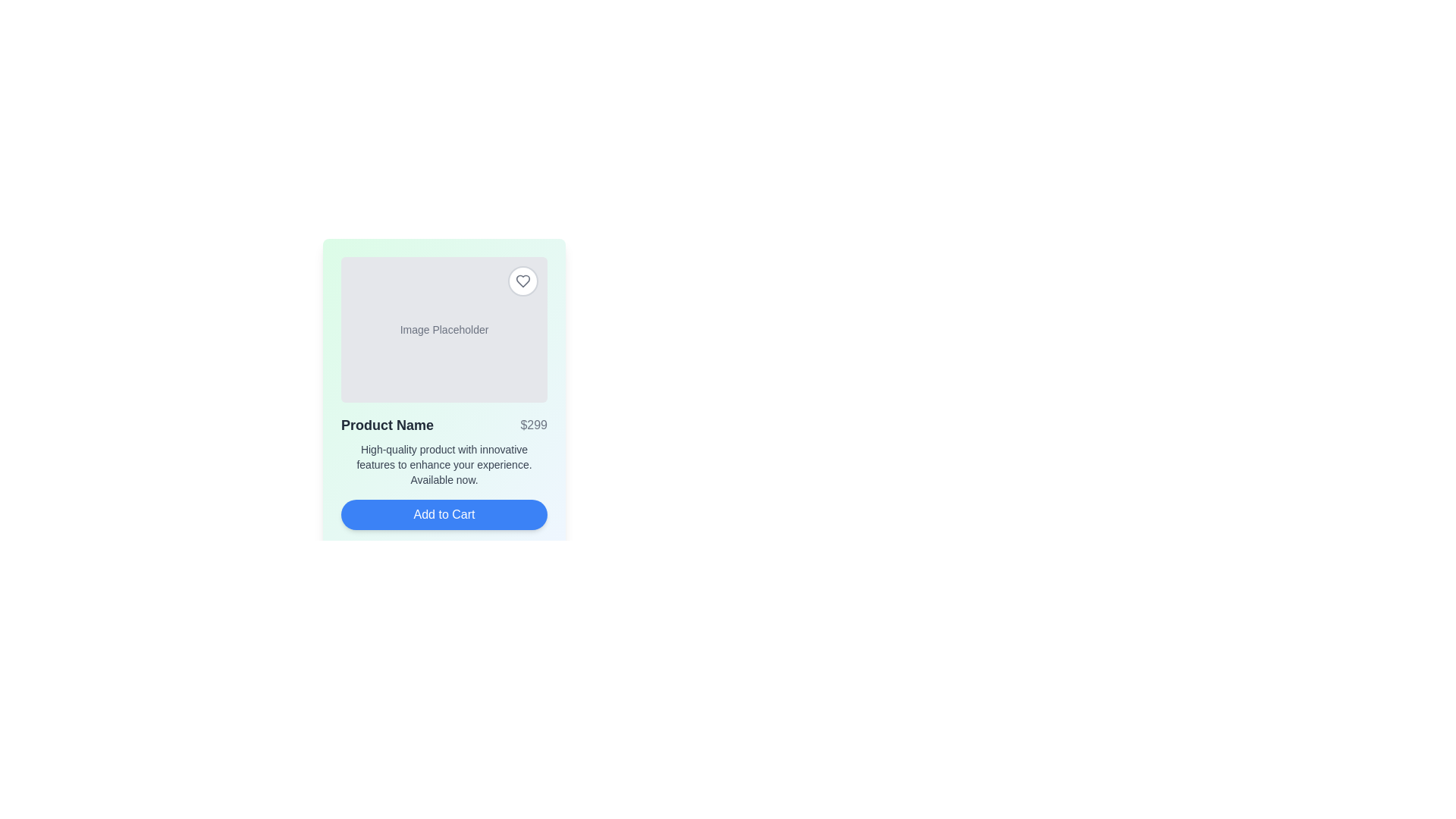 The width and height of the screenshot is (1456, 819). I want to click on the pill-shaped button labeled 'Add to Cart', so click(443, 513).